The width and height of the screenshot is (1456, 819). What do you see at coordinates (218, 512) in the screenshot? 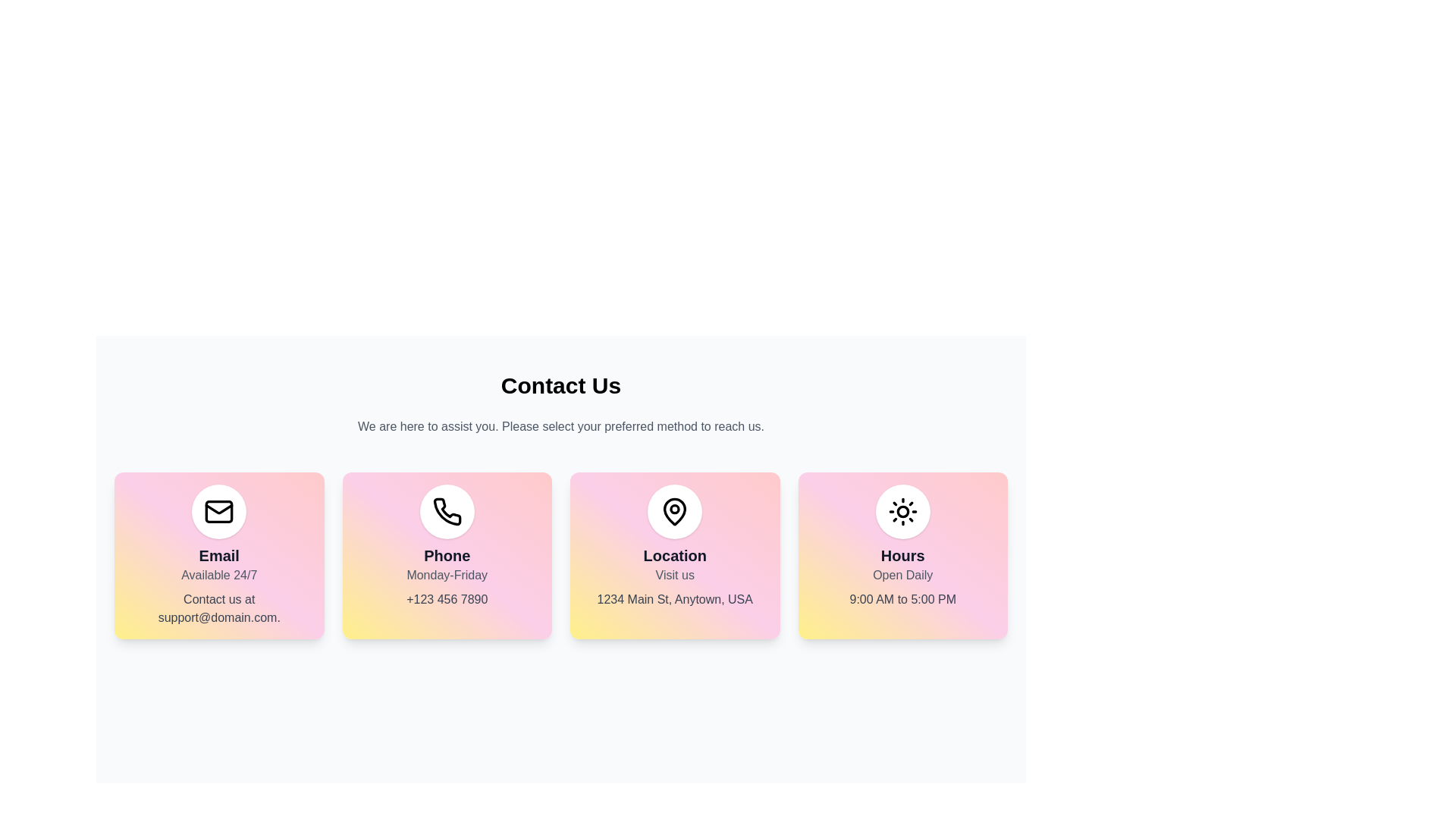
I see `the circular icon with a white background and black envelope outline, located at the top center of the first card in a grid of four cards` at bounding box center [218, 512].